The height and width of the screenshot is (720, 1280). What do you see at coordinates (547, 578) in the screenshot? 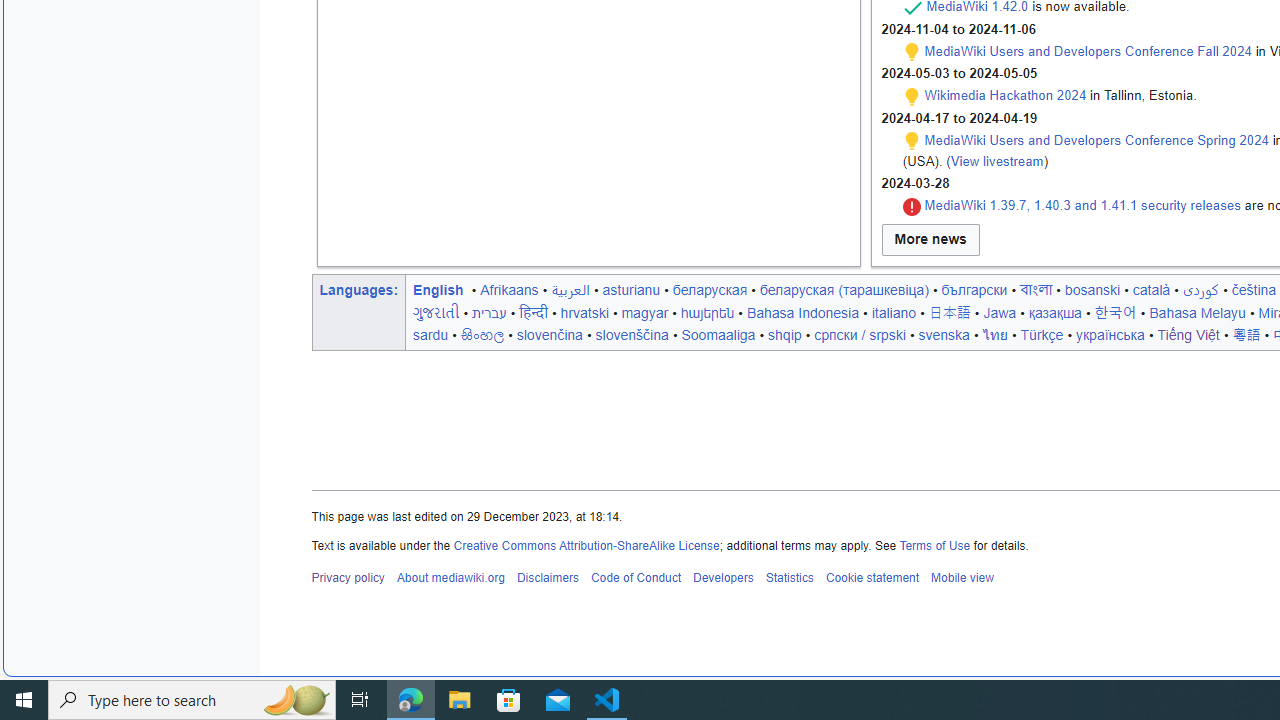
I see `'Disclaimers'` at bounding box center [547, 578].